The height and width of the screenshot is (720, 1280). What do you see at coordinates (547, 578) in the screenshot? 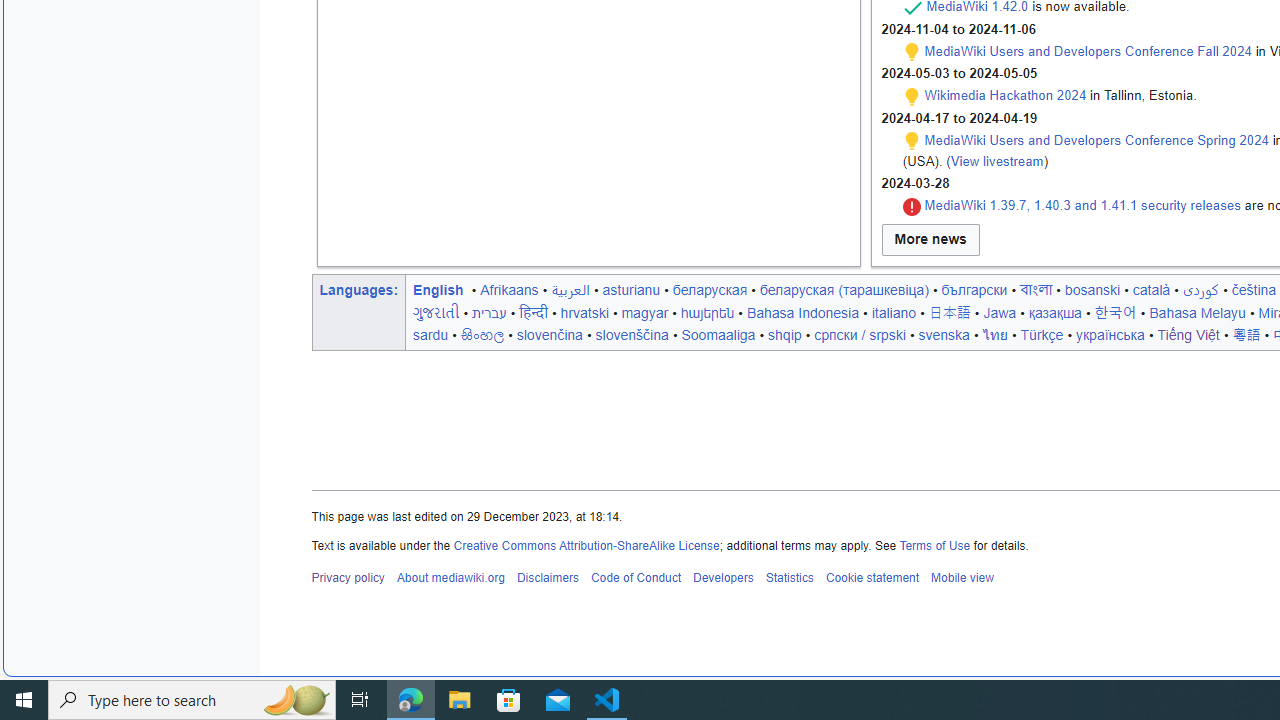
I see `'Disclaimers'` at bounding box center [547, 578].